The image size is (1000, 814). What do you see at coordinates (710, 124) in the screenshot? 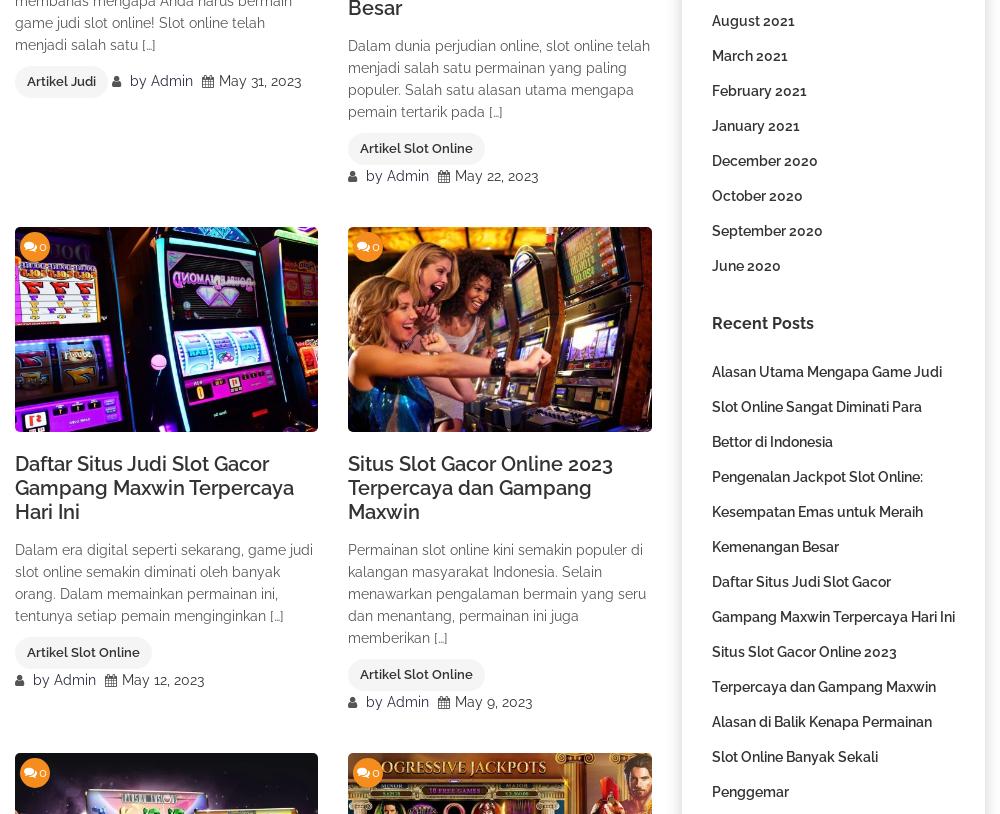
I see `'January 2021'` at bounding box center [710, 124].